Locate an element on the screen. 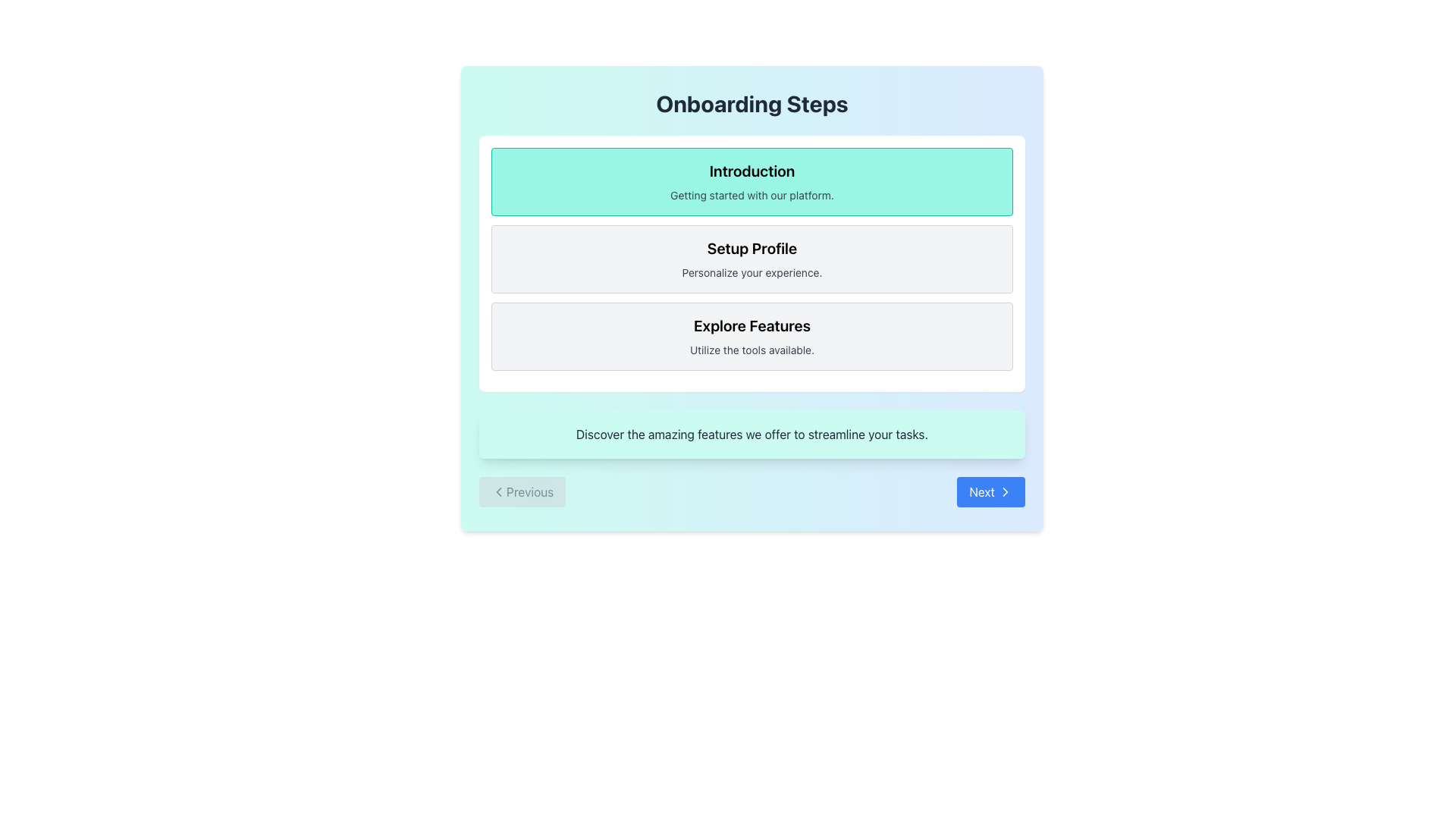  the small, left-pointing chevron icon associated with the 'Previous' button at the bottom left of the dialog is located at coordinates (498, 491).